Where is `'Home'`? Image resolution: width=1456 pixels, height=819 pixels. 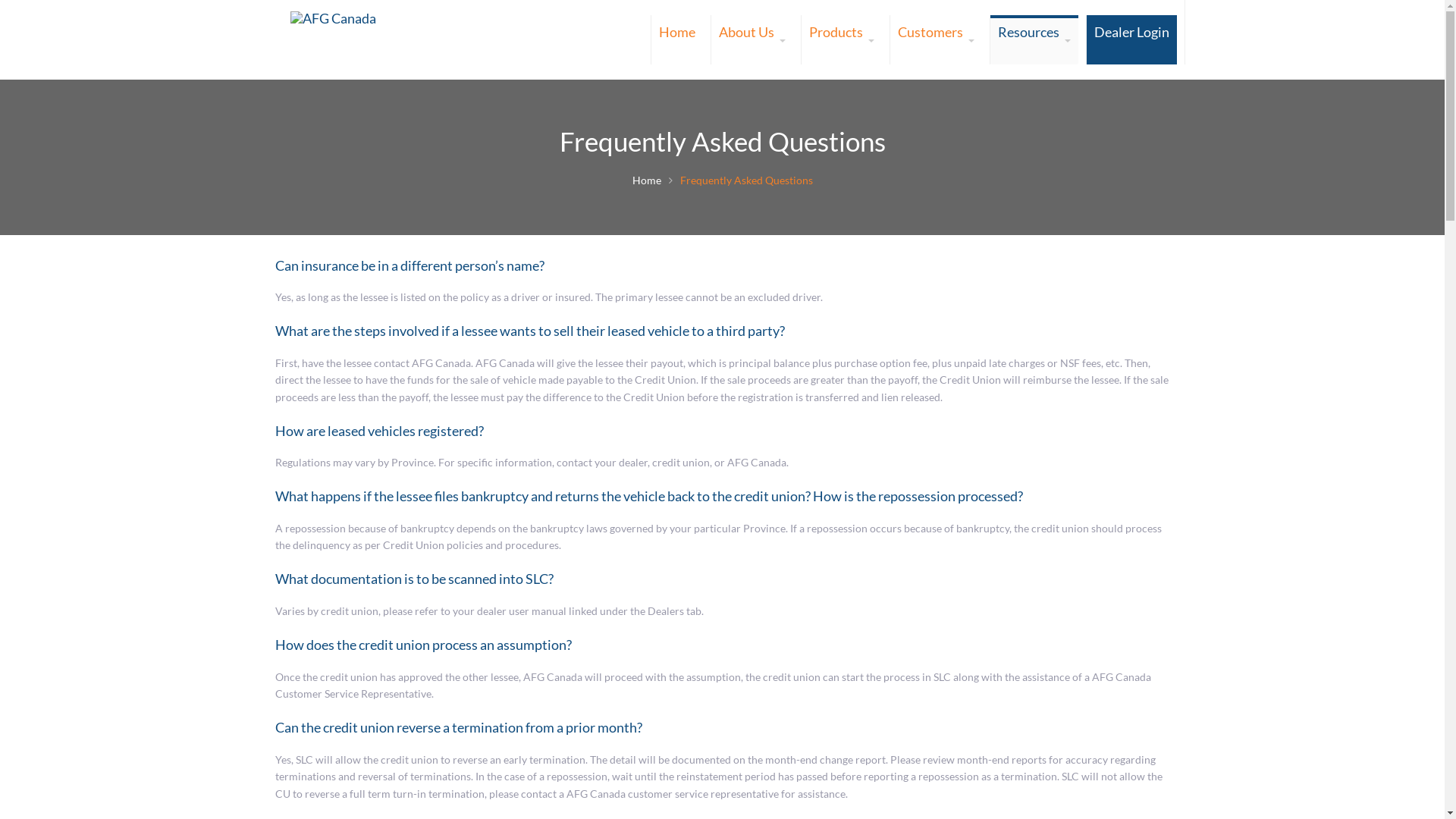 'Home' is located at coordinates (647, 179).